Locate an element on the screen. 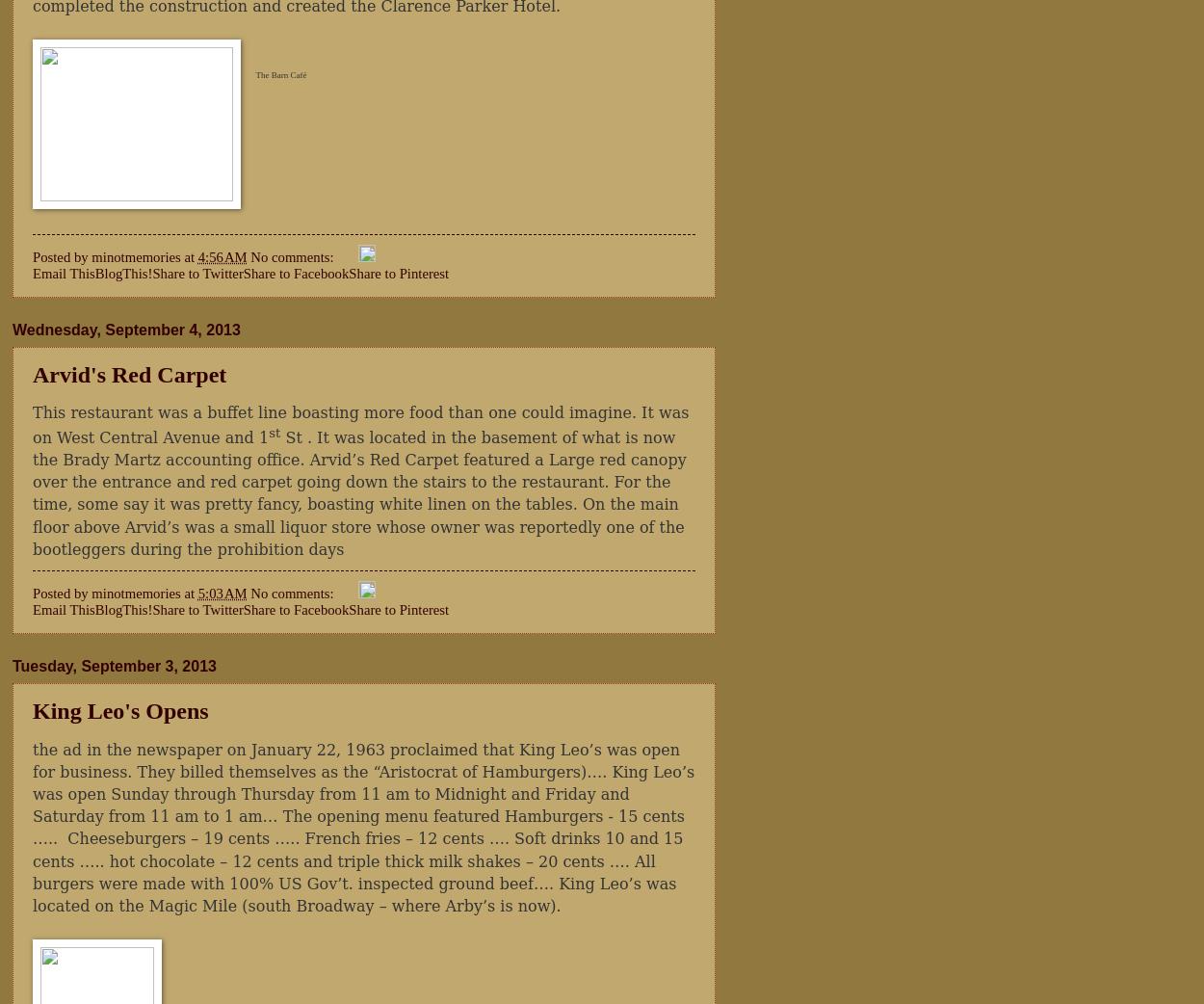  'The Barn Café' is located at coordinates (280, 74).